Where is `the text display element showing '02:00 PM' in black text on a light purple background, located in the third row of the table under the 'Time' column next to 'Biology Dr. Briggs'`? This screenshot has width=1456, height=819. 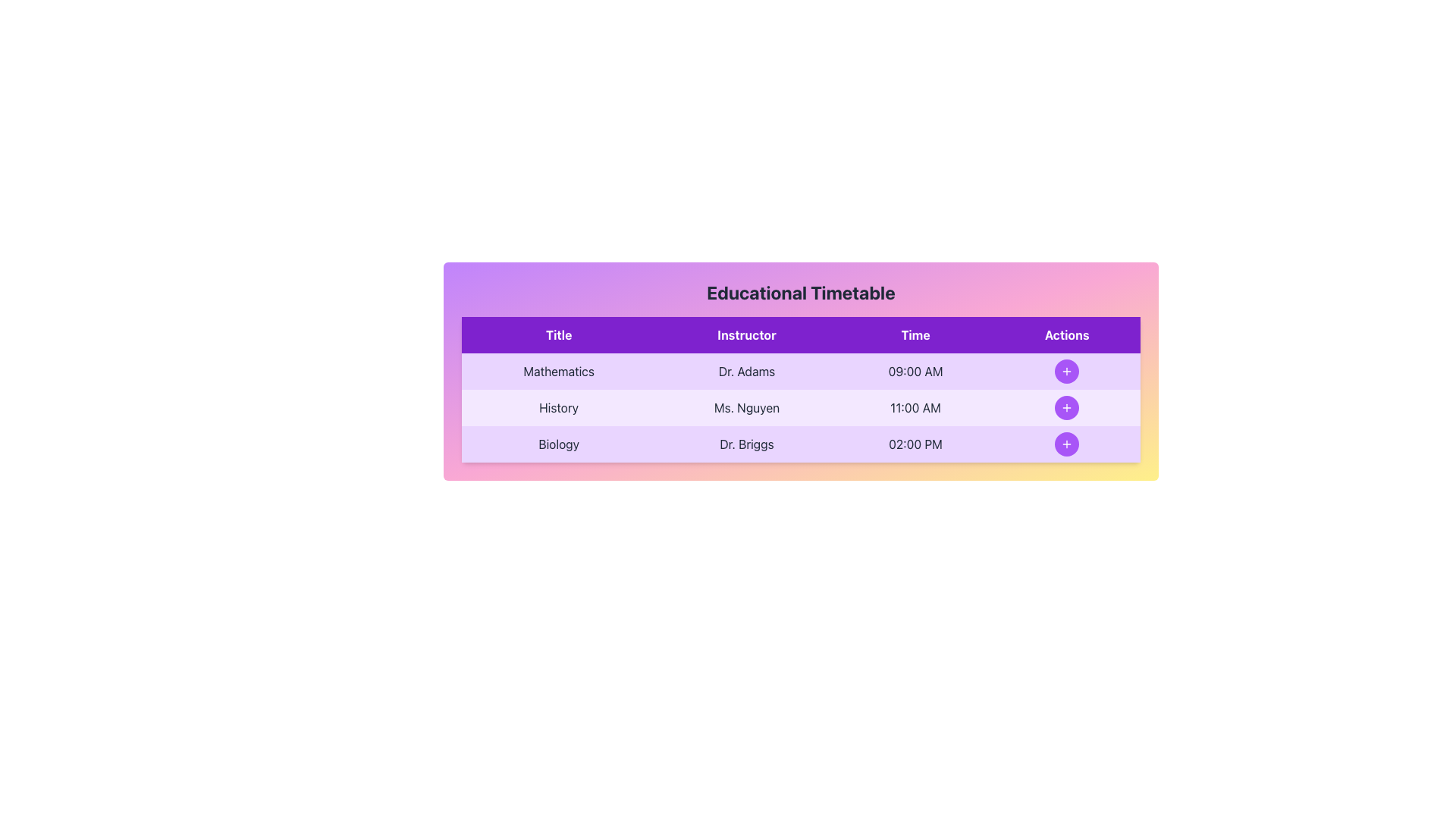 the text display element showing '02:00 PM' in black text on a light purple background, located in the third row of the table under the 'Time' column next to 'Biology Dr. Briggs' is located at coordinates (915, 444).